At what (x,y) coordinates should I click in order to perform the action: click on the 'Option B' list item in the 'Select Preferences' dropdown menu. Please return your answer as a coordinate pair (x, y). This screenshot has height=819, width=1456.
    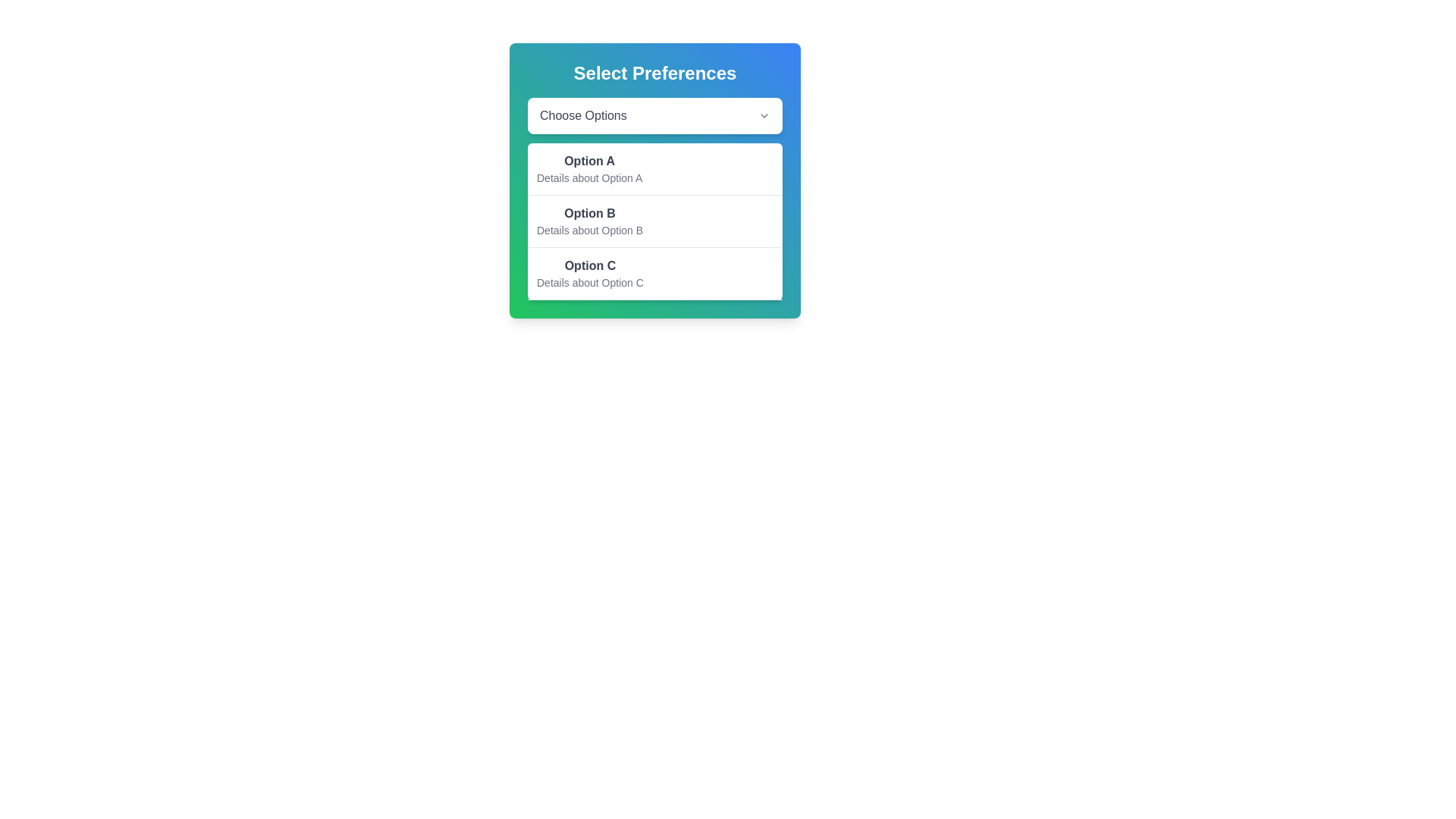
    Looking at the image, I should click on (588, 221).